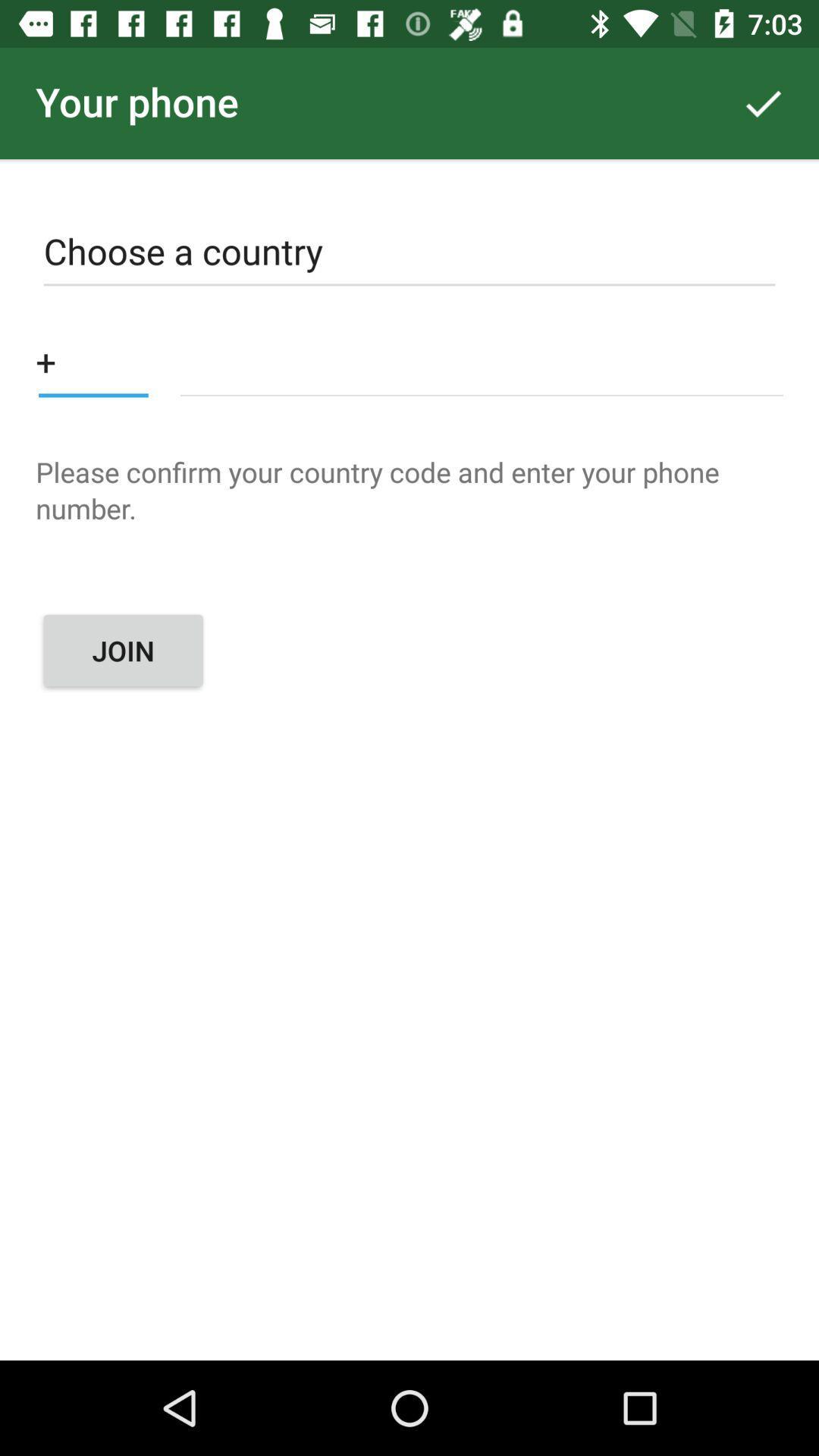 The width and height of the screenshot is (819, 1456). Describe the element at coordinates (482, 360) in the screenshot. I see `input phone number` at that location.